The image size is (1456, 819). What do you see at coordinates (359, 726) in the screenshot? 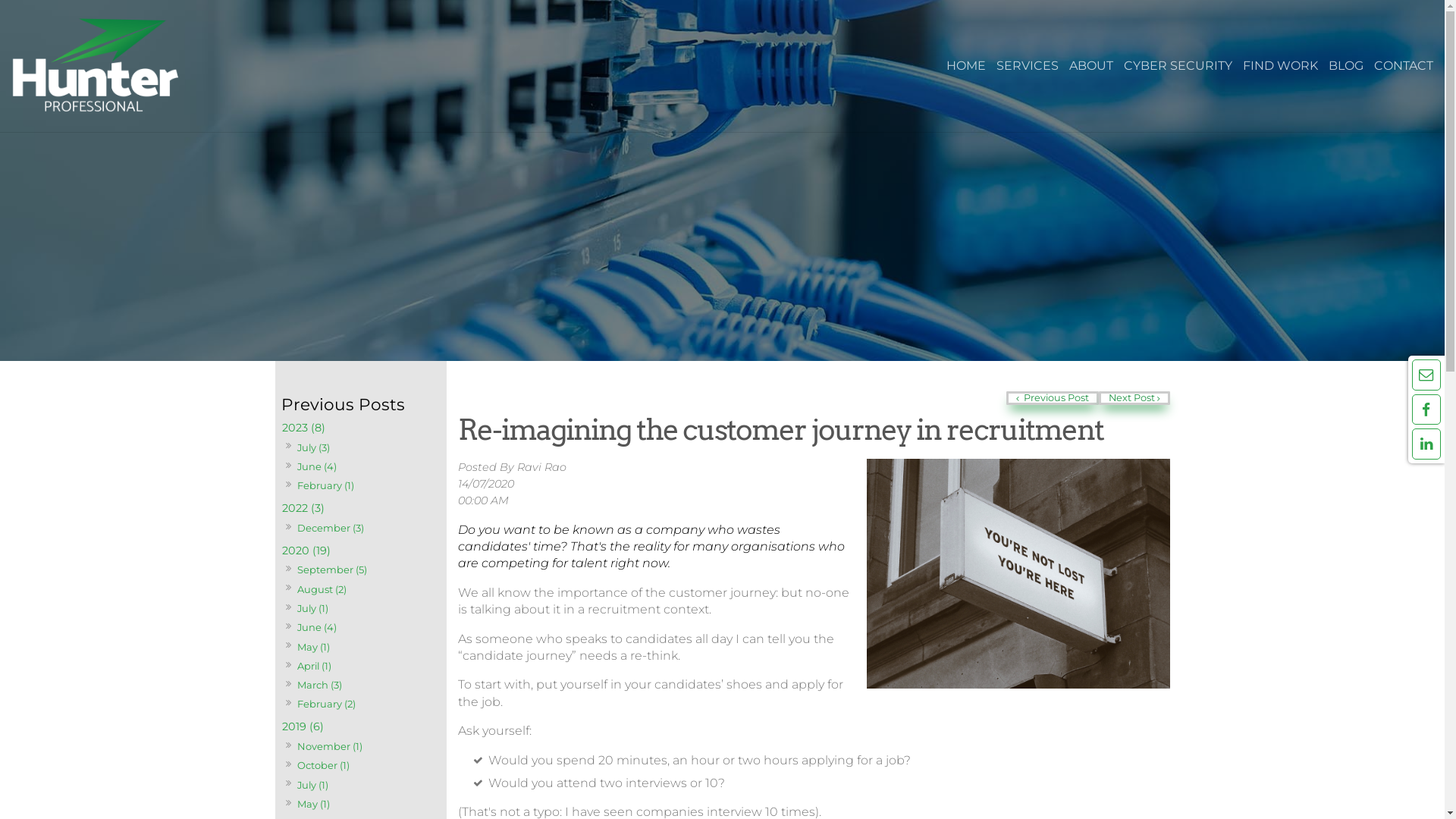
I see `'2019 (6)'` at bounding box center [359, 726].